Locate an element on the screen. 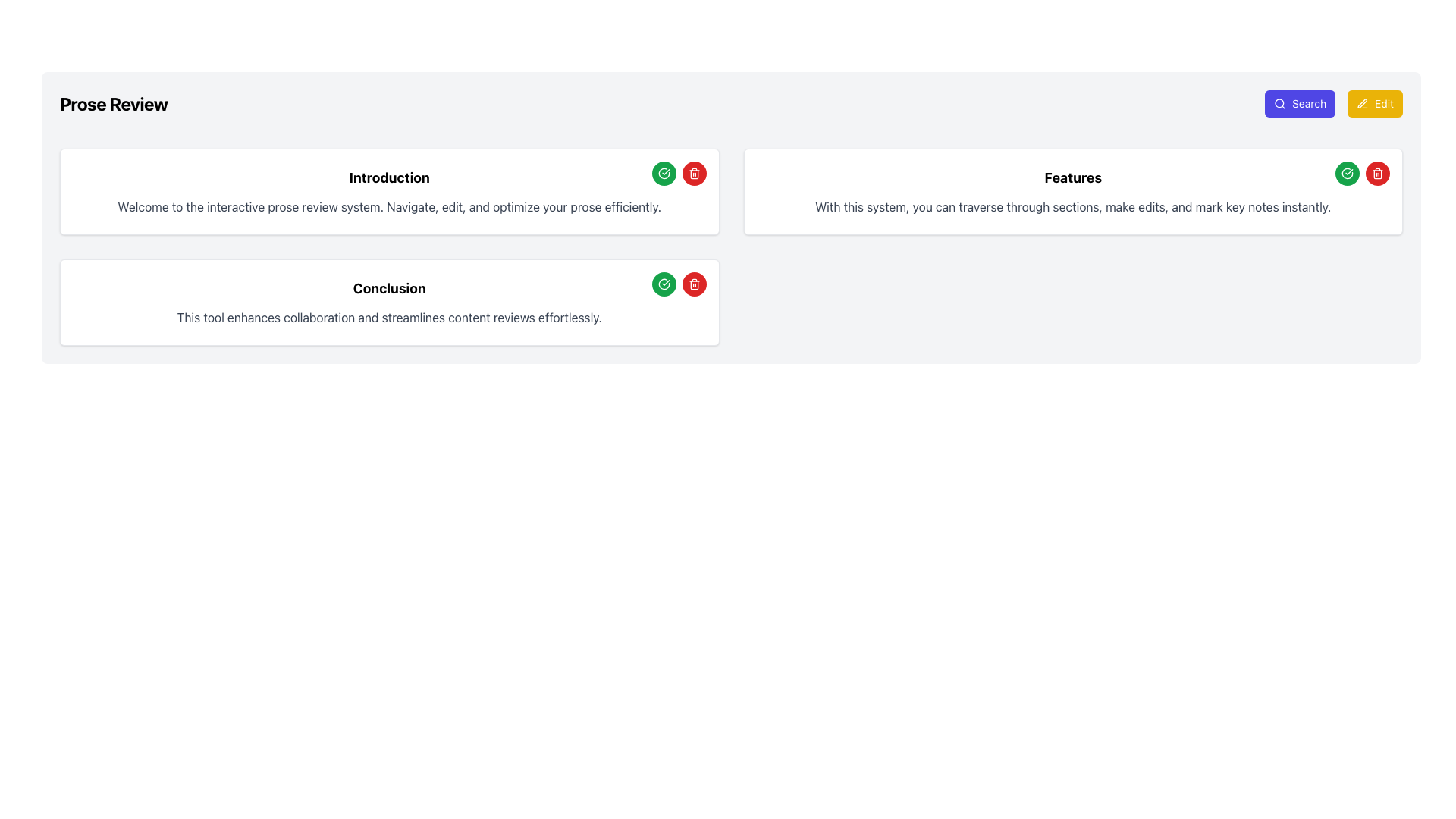 The width and height of the screenshot is (1456, 819). the decorative circle element of the search icon located in the top-right area of the interface is located at coordinates (1279, 102).